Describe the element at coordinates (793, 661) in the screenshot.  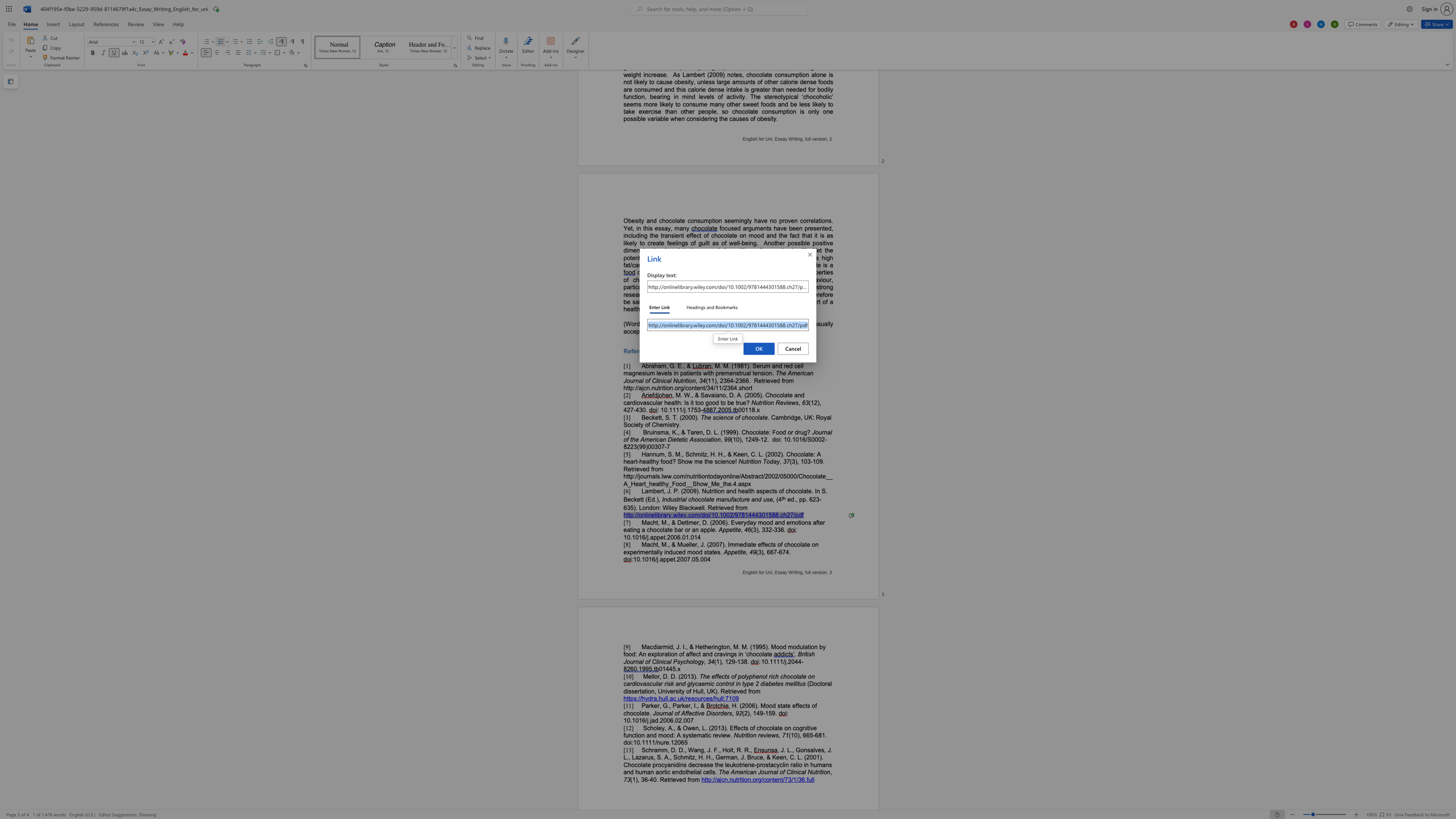
I see `the 2th character "0" in the text` at that location.